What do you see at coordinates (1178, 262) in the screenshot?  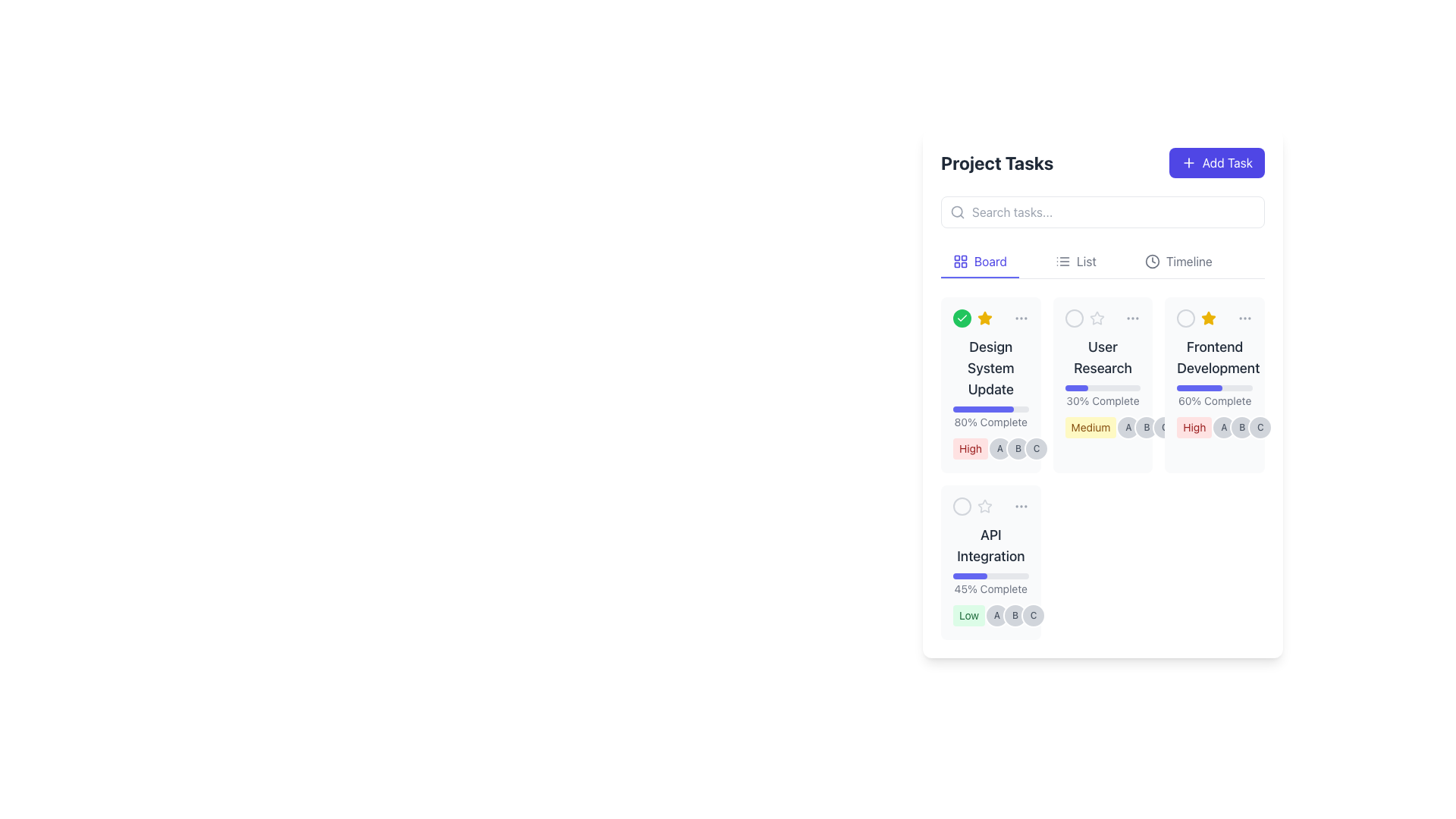 I see `the 'Timeline' navigation tab, which is the third tab in the horizontal navigation bar located near the top of the 'Project Tasks' section` at bounding box center [1178, 262].